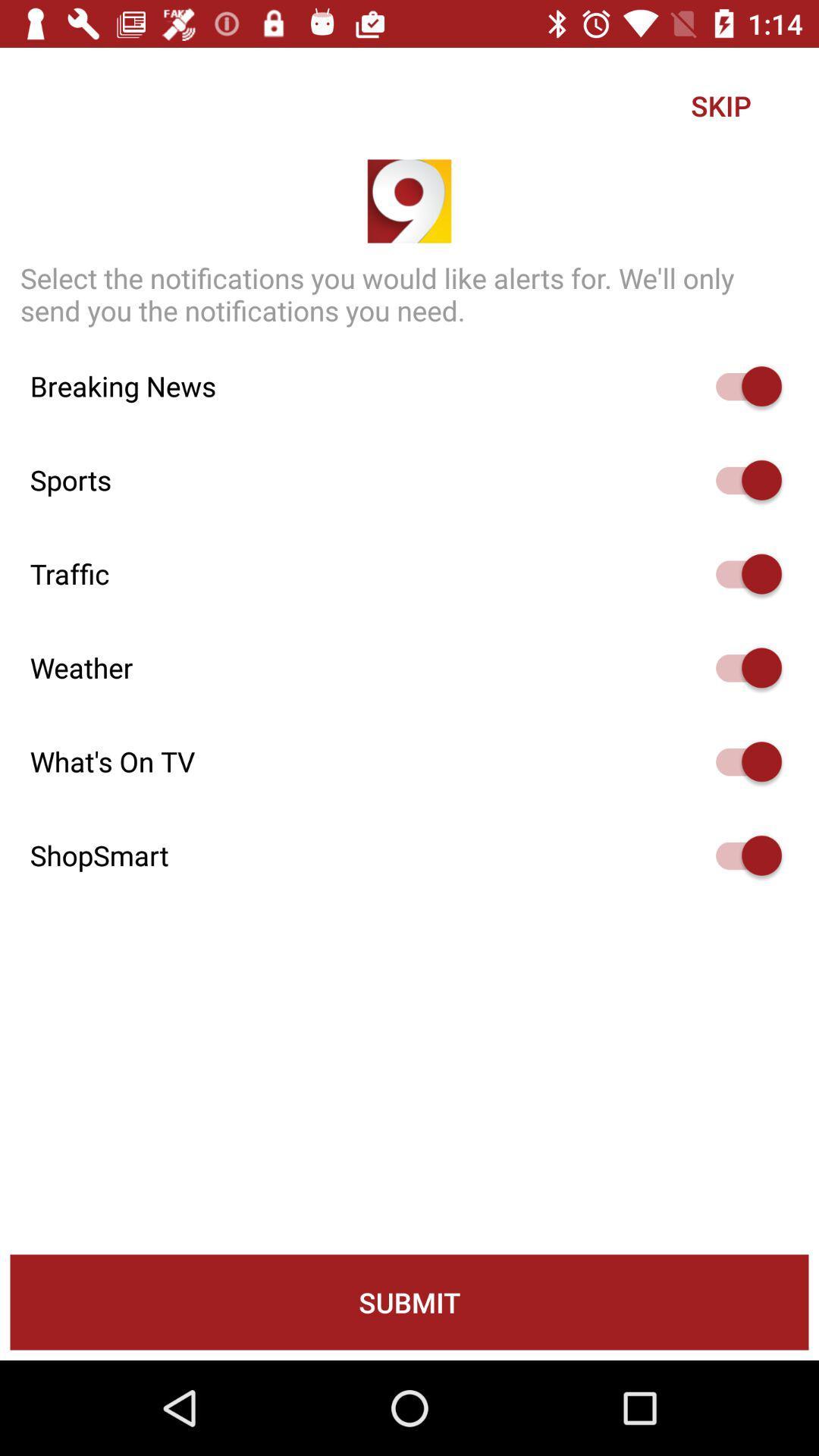  What do you see at coordinates (741, 667) in the screenshot?
I see `weather on` at bounding box center [741, 667].